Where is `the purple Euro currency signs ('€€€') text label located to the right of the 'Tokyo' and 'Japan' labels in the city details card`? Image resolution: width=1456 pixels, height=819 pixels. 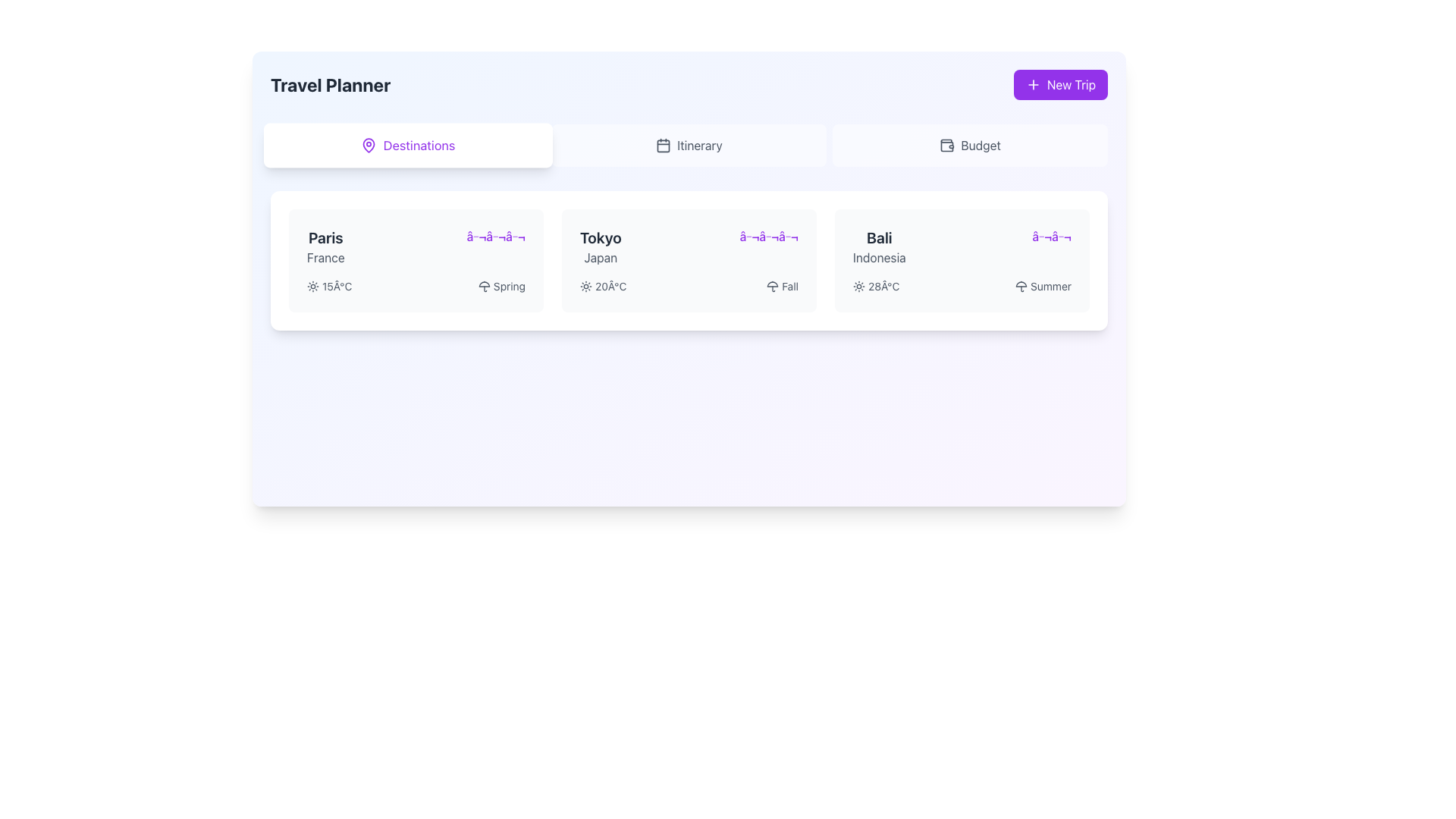 the purple Euro currency signs ('€€€') text label located to the right of the 'Tokyo' and 'Japan' labels in the city details card is located at coordinates (769, 237).